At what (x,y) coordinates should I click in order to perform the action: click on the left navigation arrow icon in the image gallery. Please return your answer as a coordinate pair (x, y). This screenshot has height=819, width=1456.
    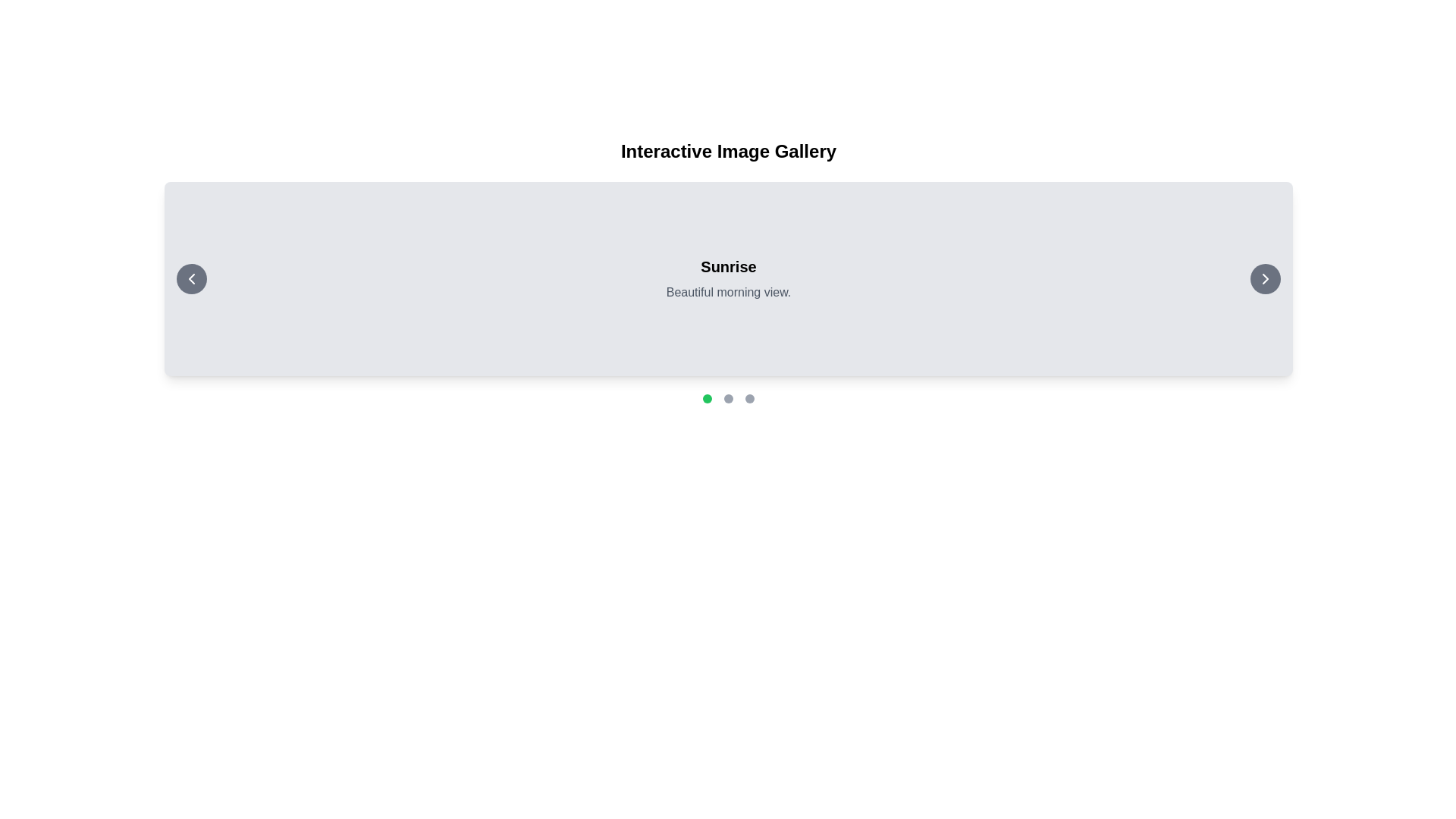
    Looking at the image, I should click on (191, 278).